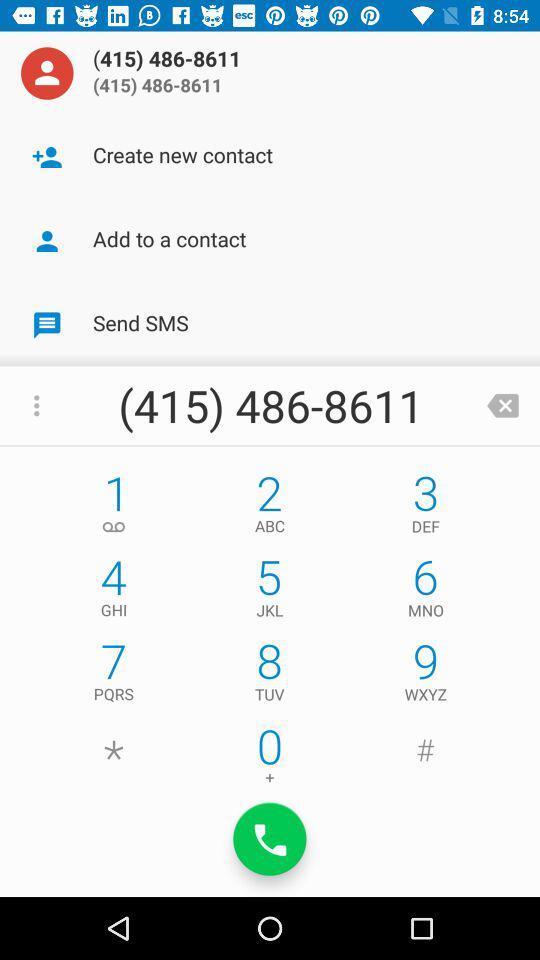 This screenshot has width=540, height=960. What do you see at coordinates (270, 839) in the screenshot?
I see `the app below the + app` at bounding box center [270, 839].